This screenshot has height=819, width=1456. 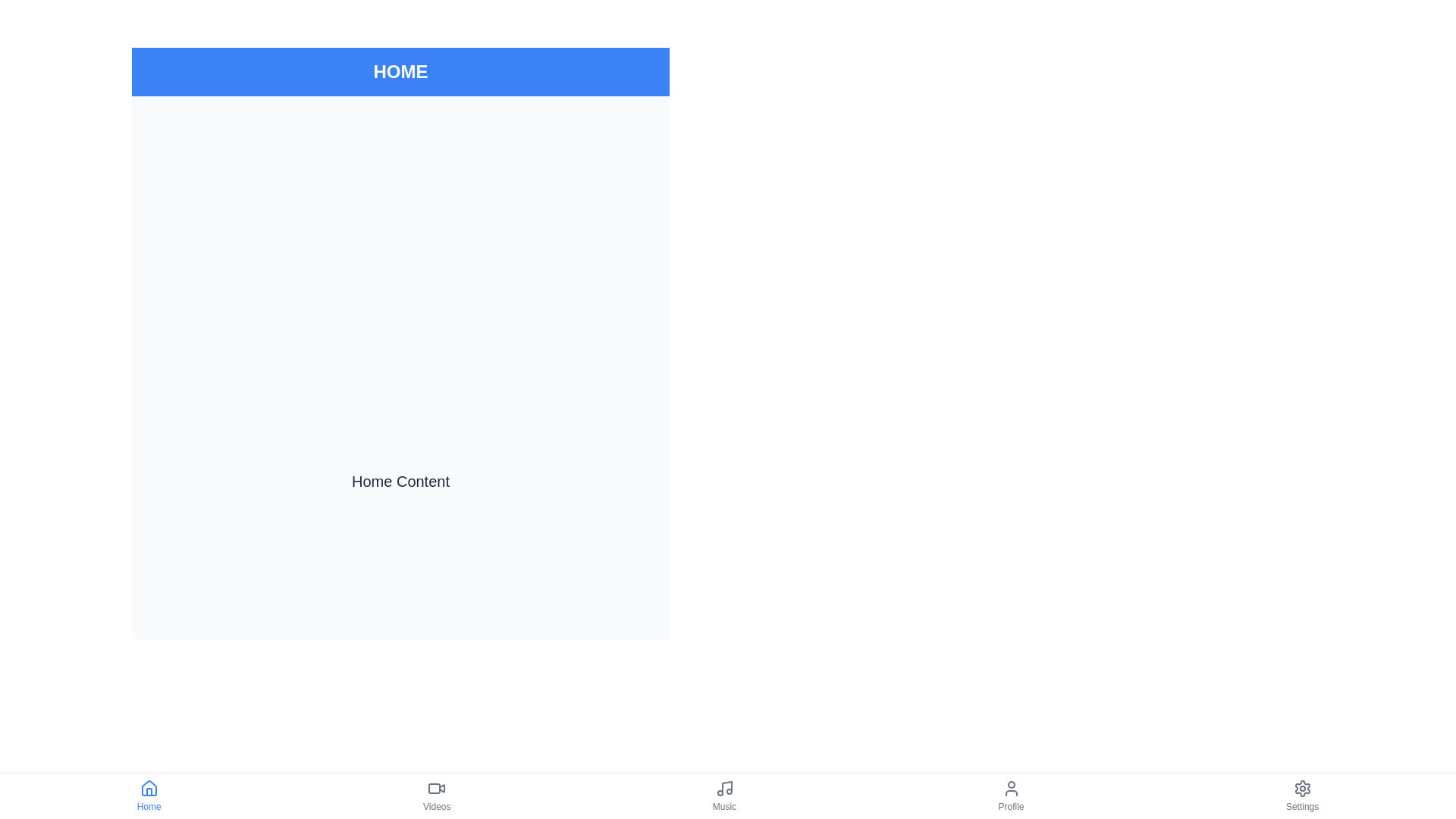 What do you see at coordinates (149, 788) in the screenshot?
I see `the 'Home' icon in the bottom navigation bar, which is visually represented as an SVG element and located at the far-left above the text 'Home'` at bounding box center [149, 788].